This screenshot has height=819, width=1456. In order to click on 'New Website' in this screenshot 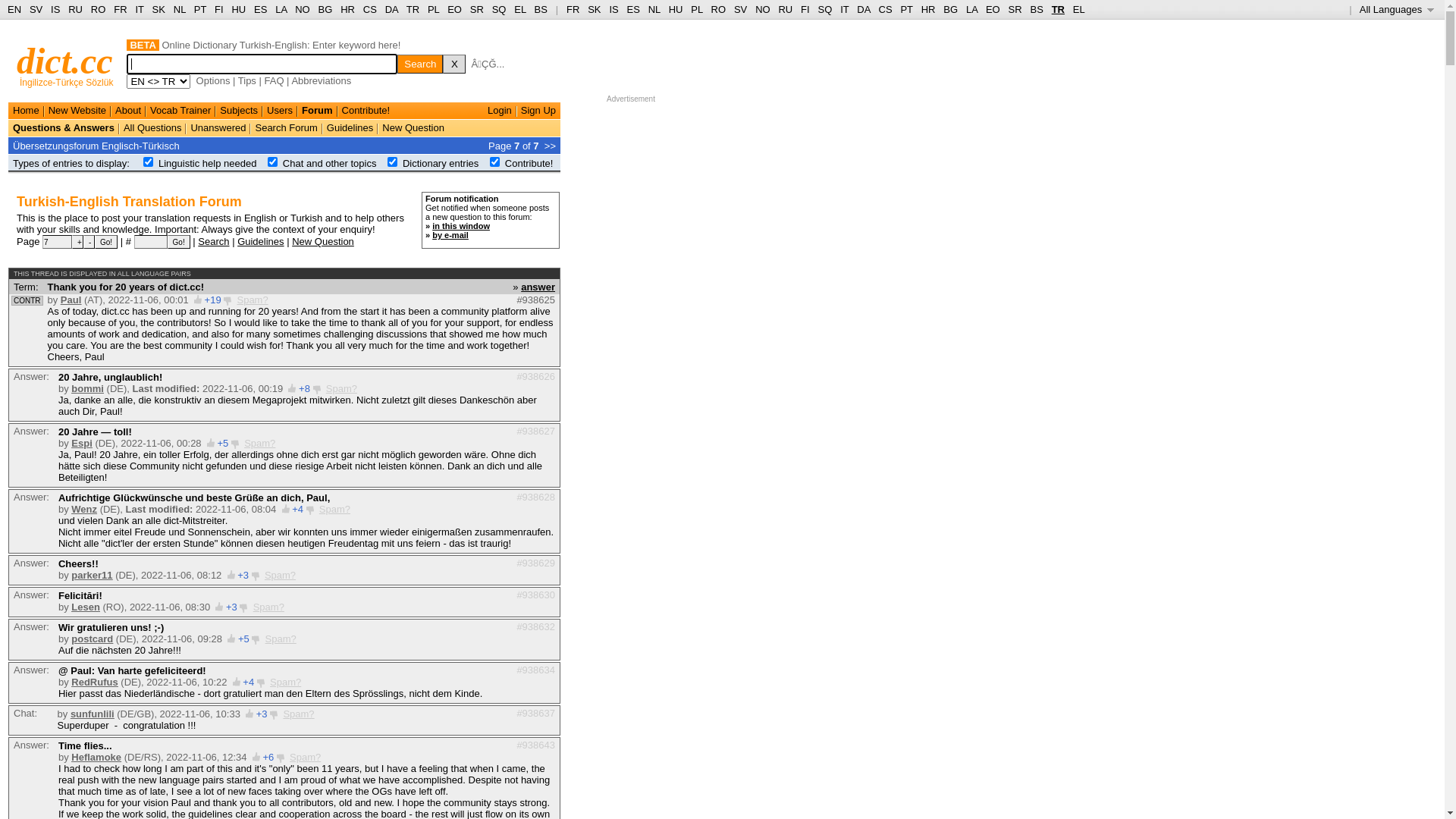, I will do `click(48, 109)`.